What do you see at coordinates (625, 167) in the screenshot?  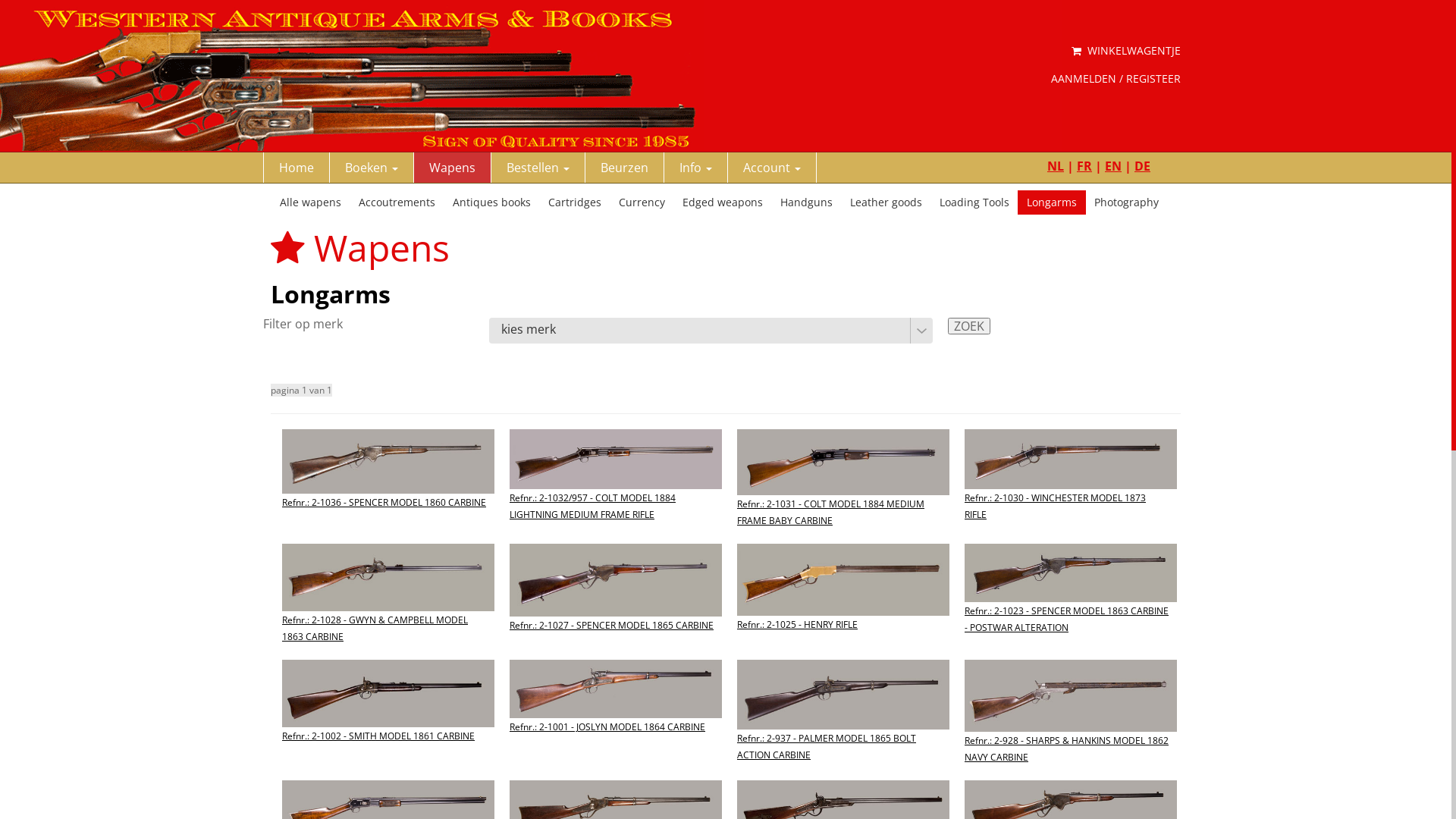 I see `'Beurzen'` at bounding box center [625, 167].